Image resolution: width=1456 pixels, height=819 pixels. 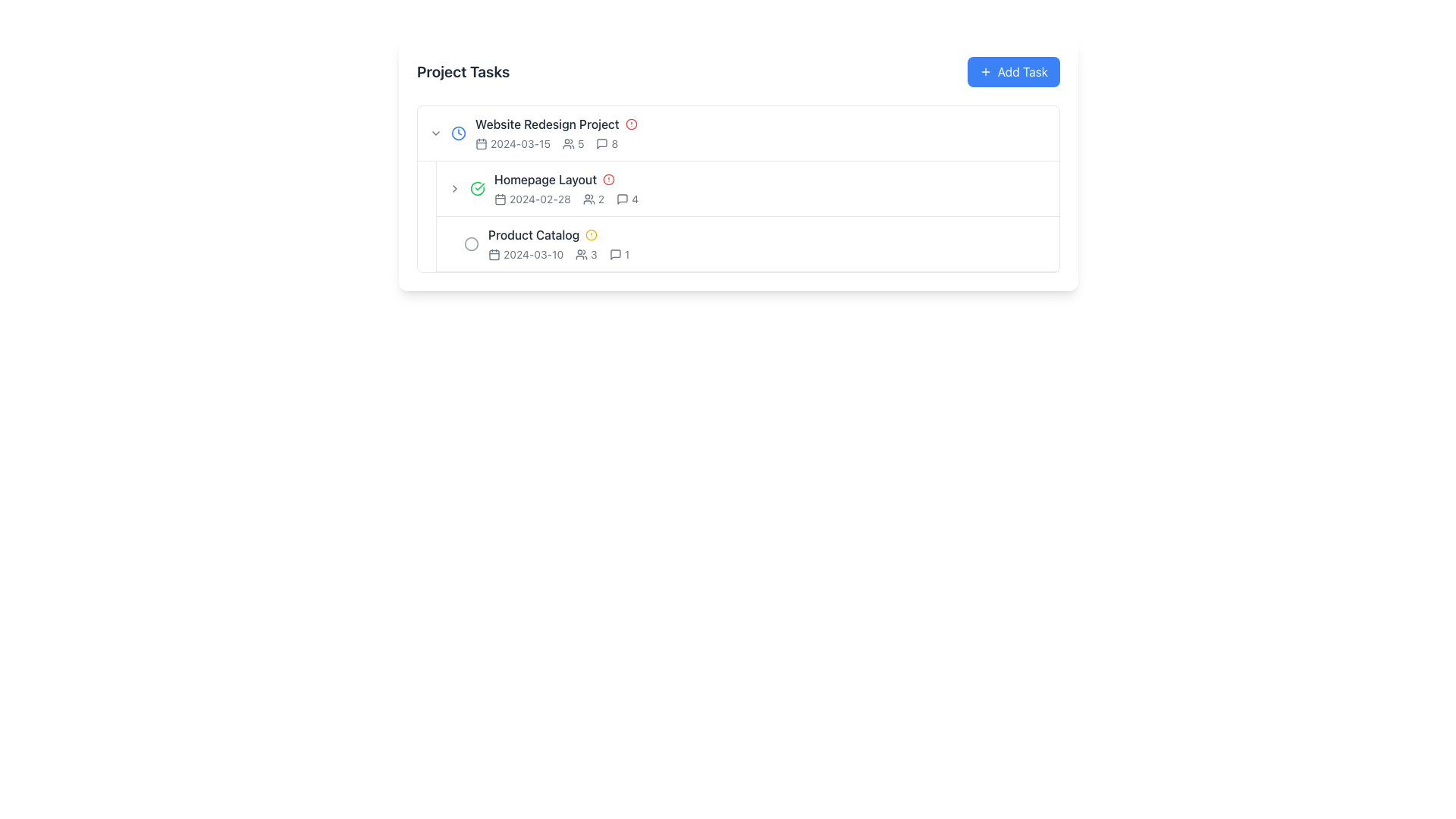 What do you see at coordinates (607, 143) in the screenshot?
I see `digit '8' displayed in a small font beside the comment icon in the first row of the task list for the 'Website Redesign Project.'` at bounding box center [607, 143].